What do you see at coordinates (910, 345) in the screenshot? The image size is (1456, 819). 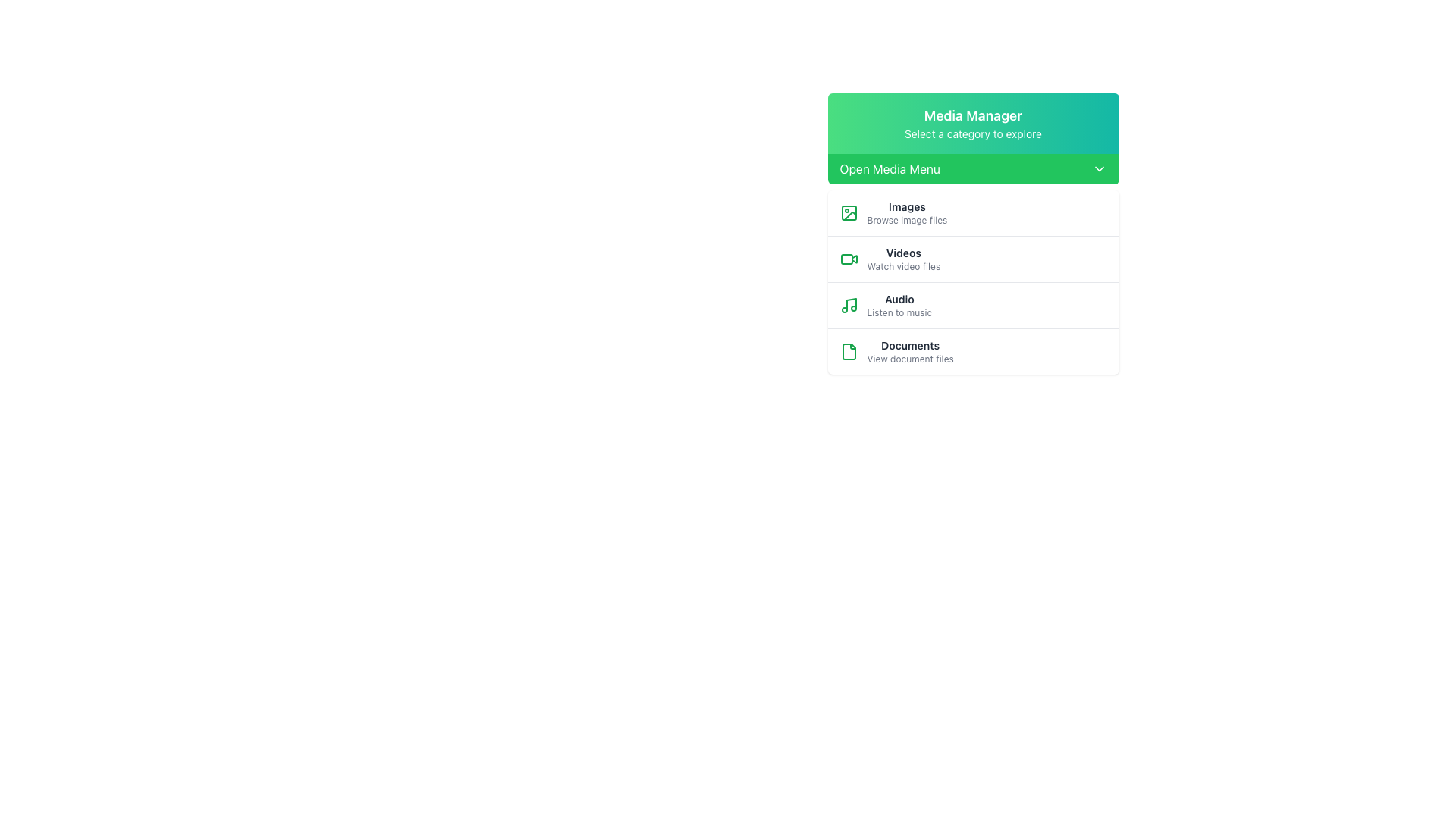 I see `the 'Documents' text label in the 'Media Manager' menu` at bounding box center [910, 345].